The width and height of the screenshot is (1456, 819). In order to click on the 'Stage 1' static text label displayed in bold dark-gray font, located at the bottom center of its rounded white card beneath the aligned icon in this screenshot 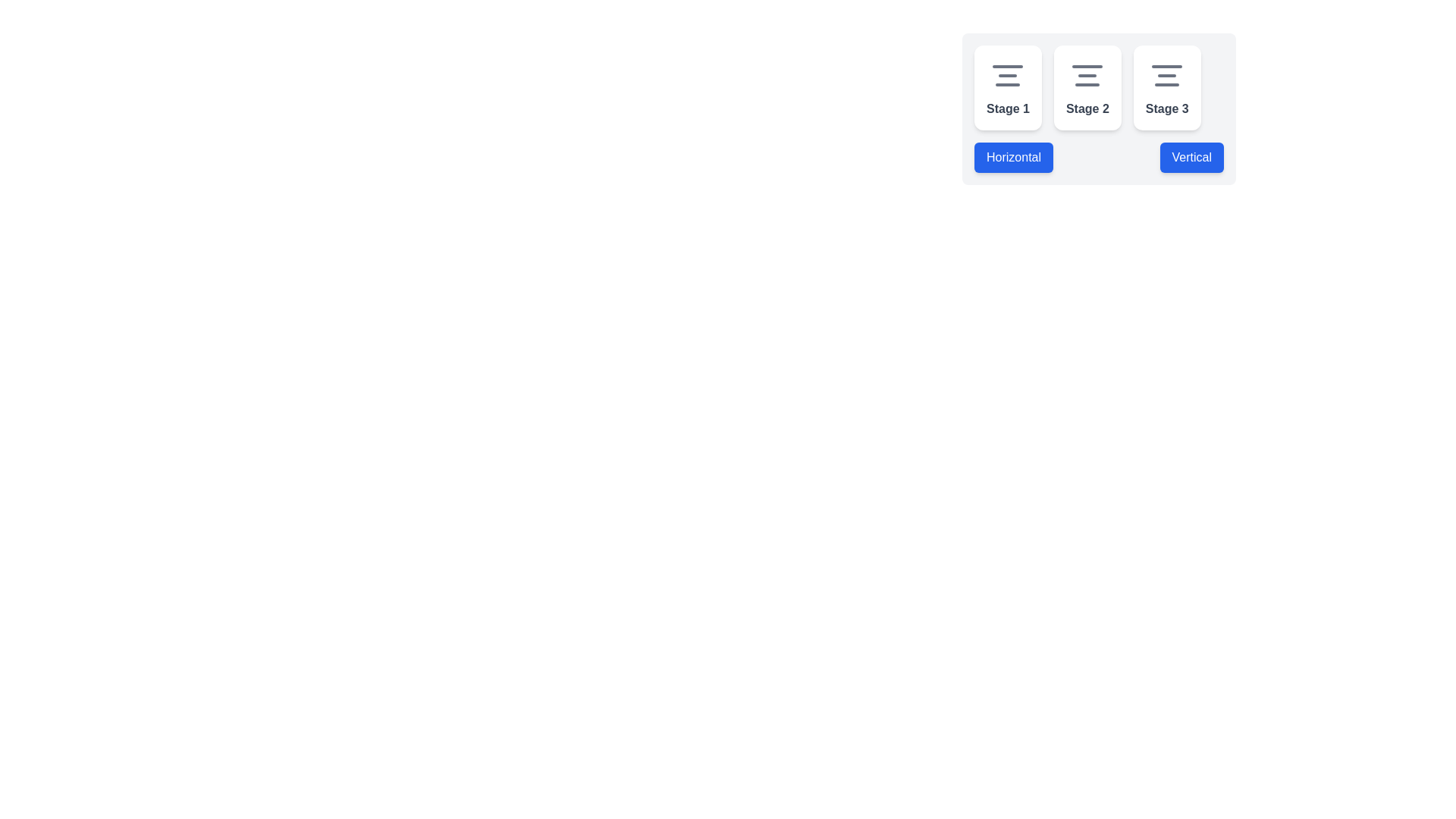, I will do `click(1008, 108)`.